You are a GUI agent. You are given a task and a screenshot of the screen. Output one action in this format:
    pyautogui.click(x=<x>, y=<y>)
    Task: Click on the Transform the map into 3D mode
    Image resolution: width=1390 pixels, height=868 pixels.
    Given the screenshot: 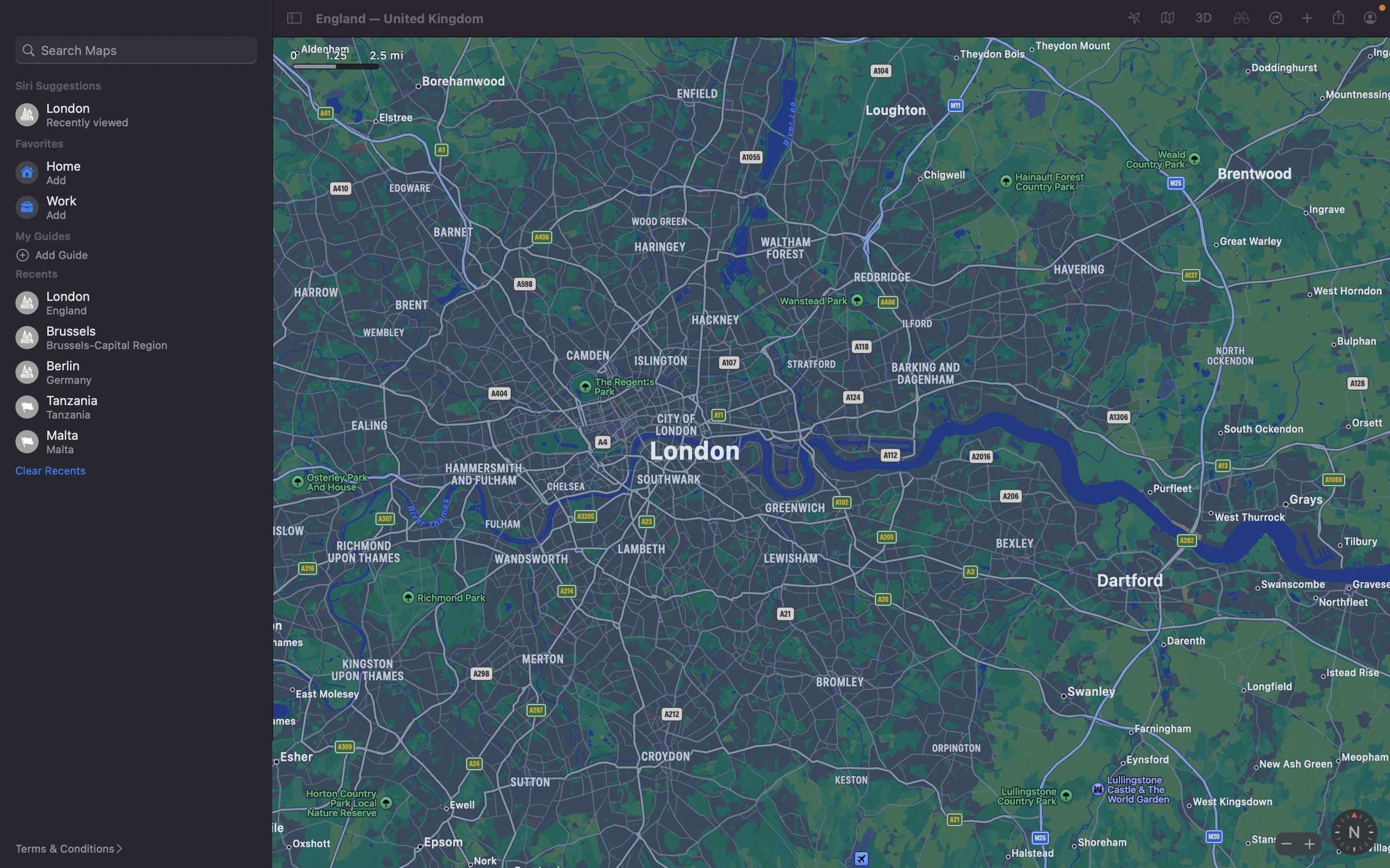 What is the action you would take?
    pyautogui.click(x=1202, y=17)
    